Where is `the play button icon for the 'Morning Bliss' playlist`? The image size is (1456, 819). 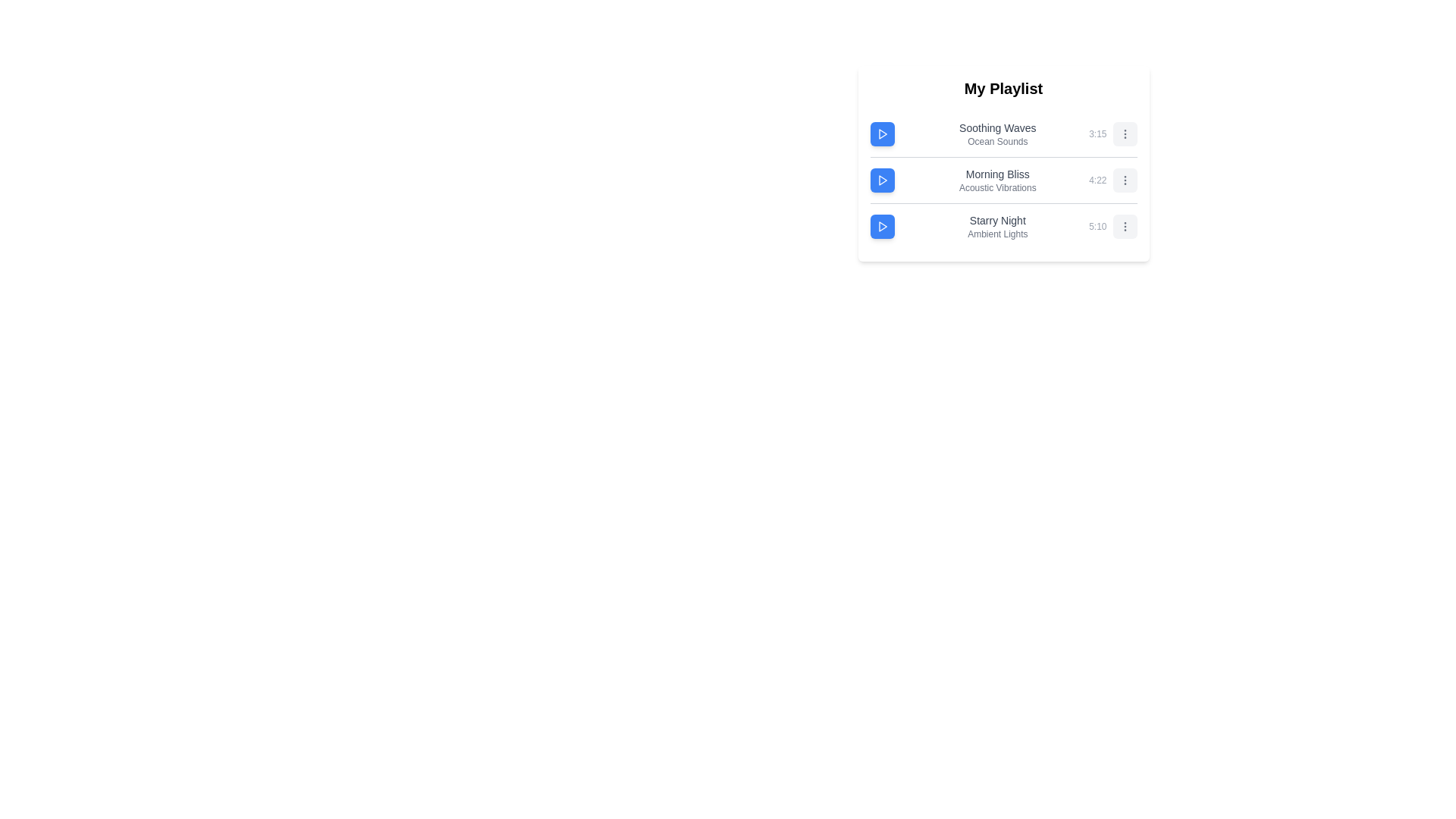
the play button icon for the 'Morning Bliss' playlist is located at coordinates (882, 180).